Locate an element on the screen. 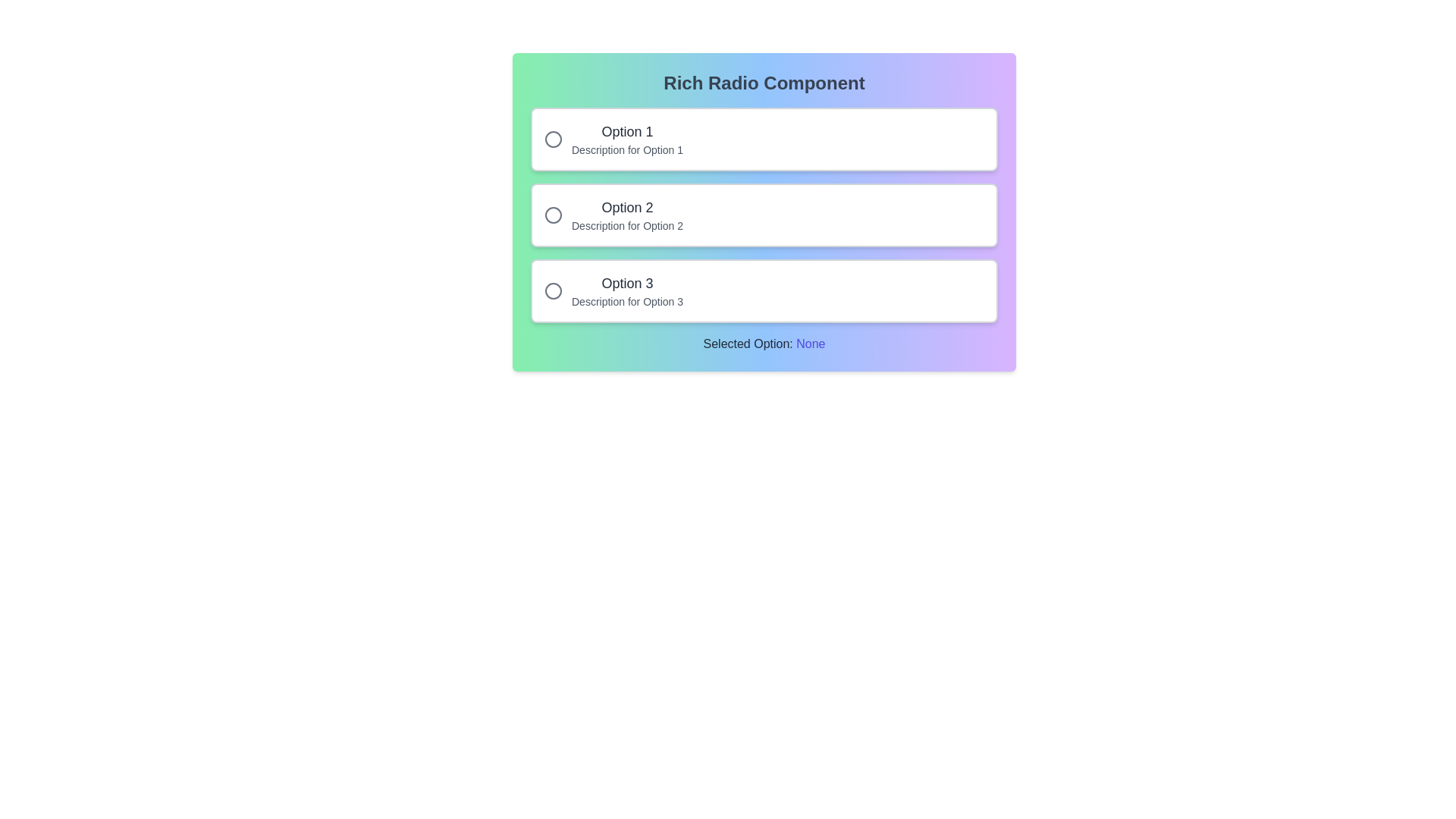 Image resolution: width=1456 pixels, height=819 pixels. the text label reading 'Description for Option 3', which is styled in a smaller light gray font and positioned below the larger 'Option 3' label is located at coordinates (627, 301).